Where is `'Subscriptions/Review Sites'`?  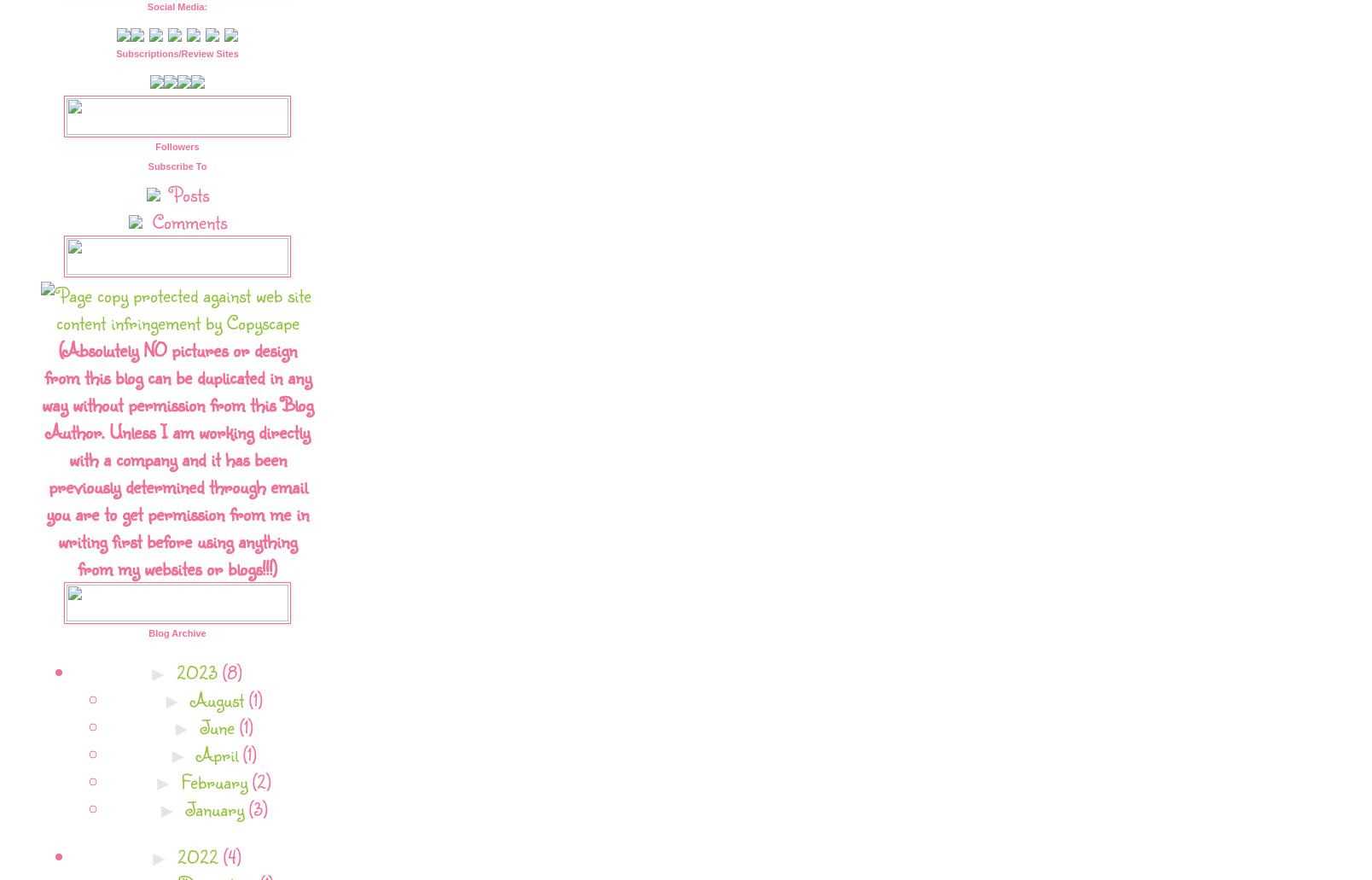 'Subscriptions/Review Sites' is located at coordinates (115, 52).